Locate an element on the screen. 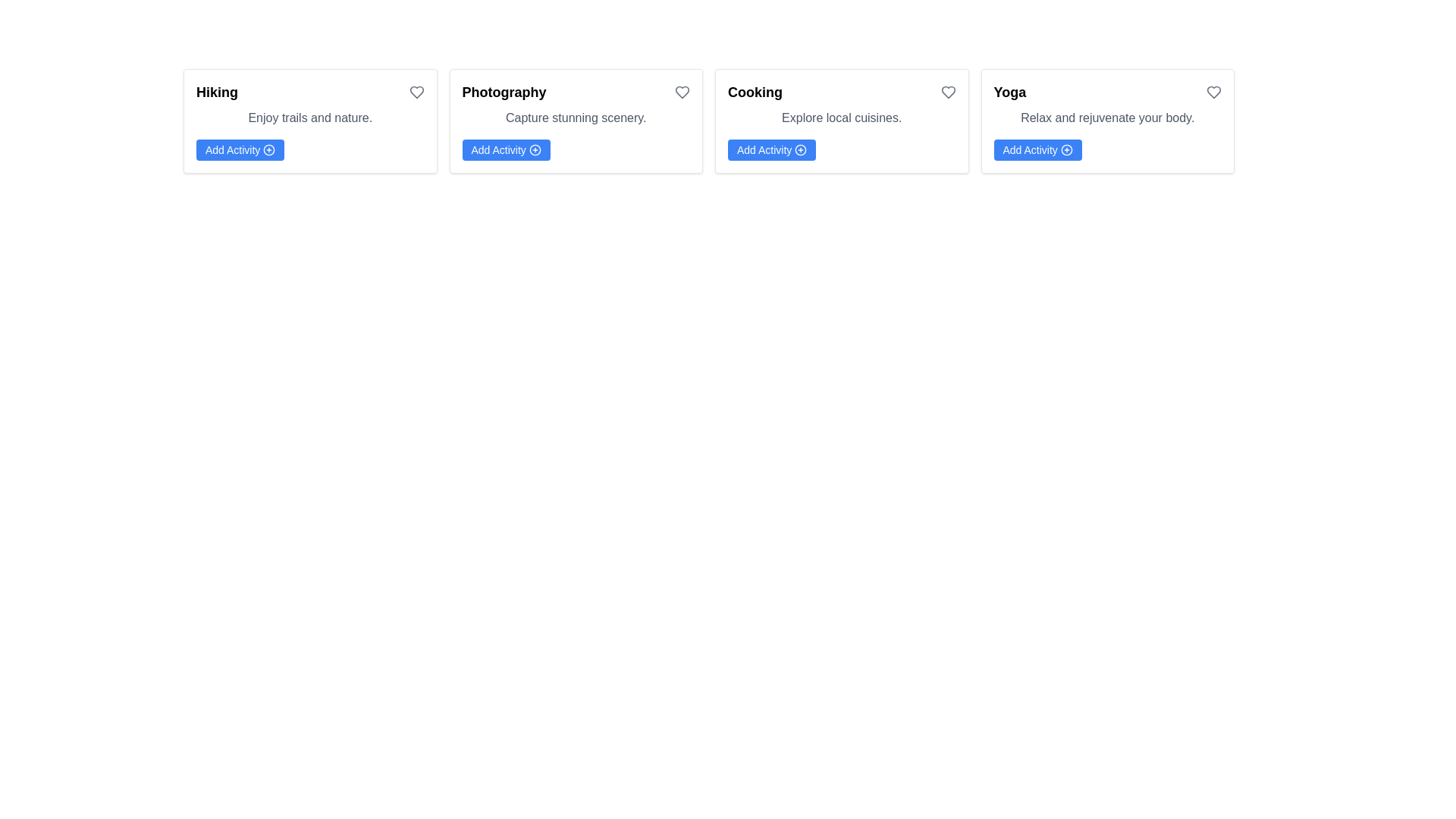 Image resolution: width=1456 pixels, height=819 pixels. the blue circular icon with a plus sign inside the 'Add Activity' button located under the 'Cooking' category to observe the hover effects is located at coordinates (800, 149).